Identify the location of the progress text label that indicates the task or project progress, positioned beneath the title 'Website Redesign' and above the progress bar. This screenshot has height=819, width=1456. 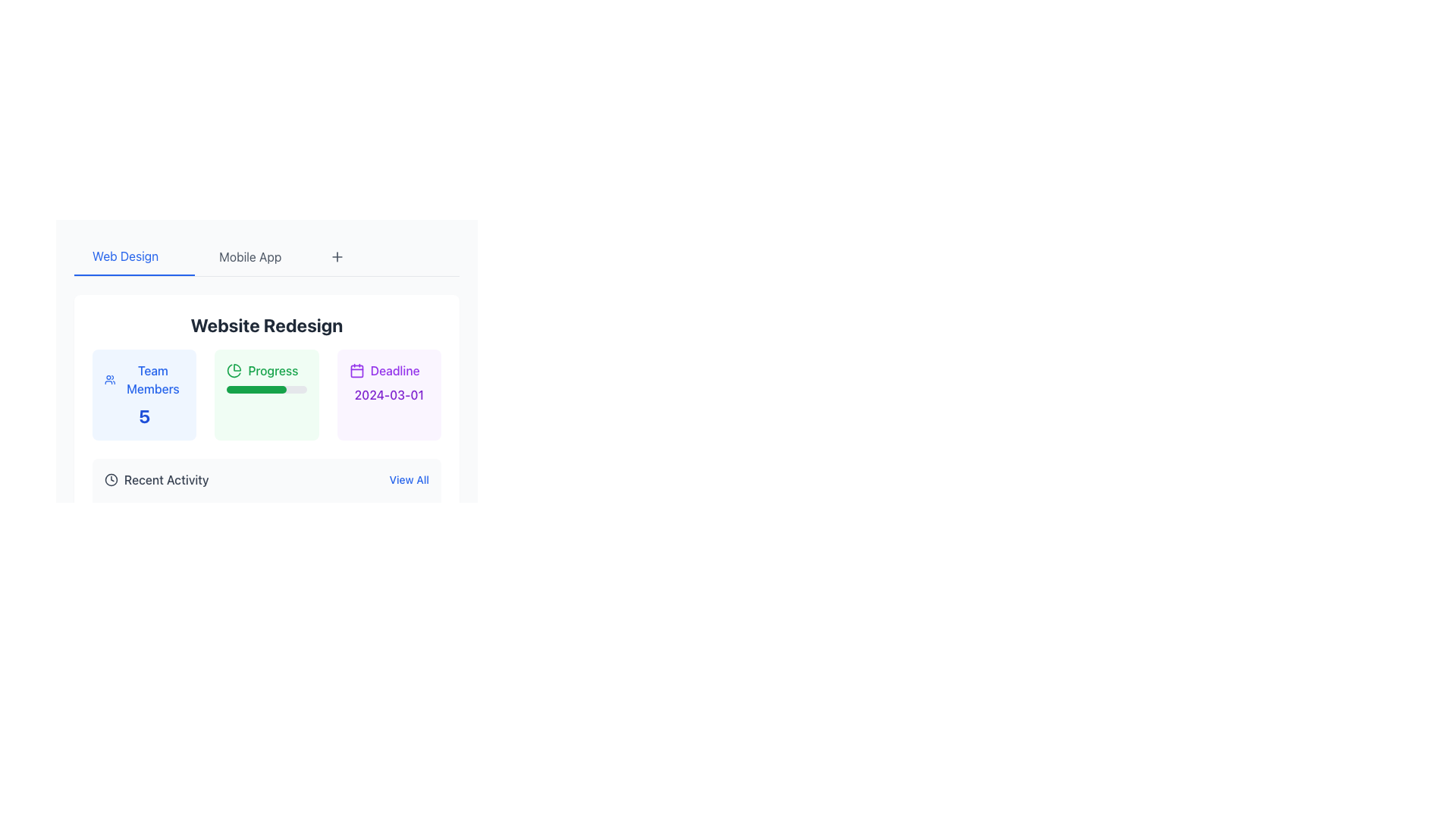
(273, 371).